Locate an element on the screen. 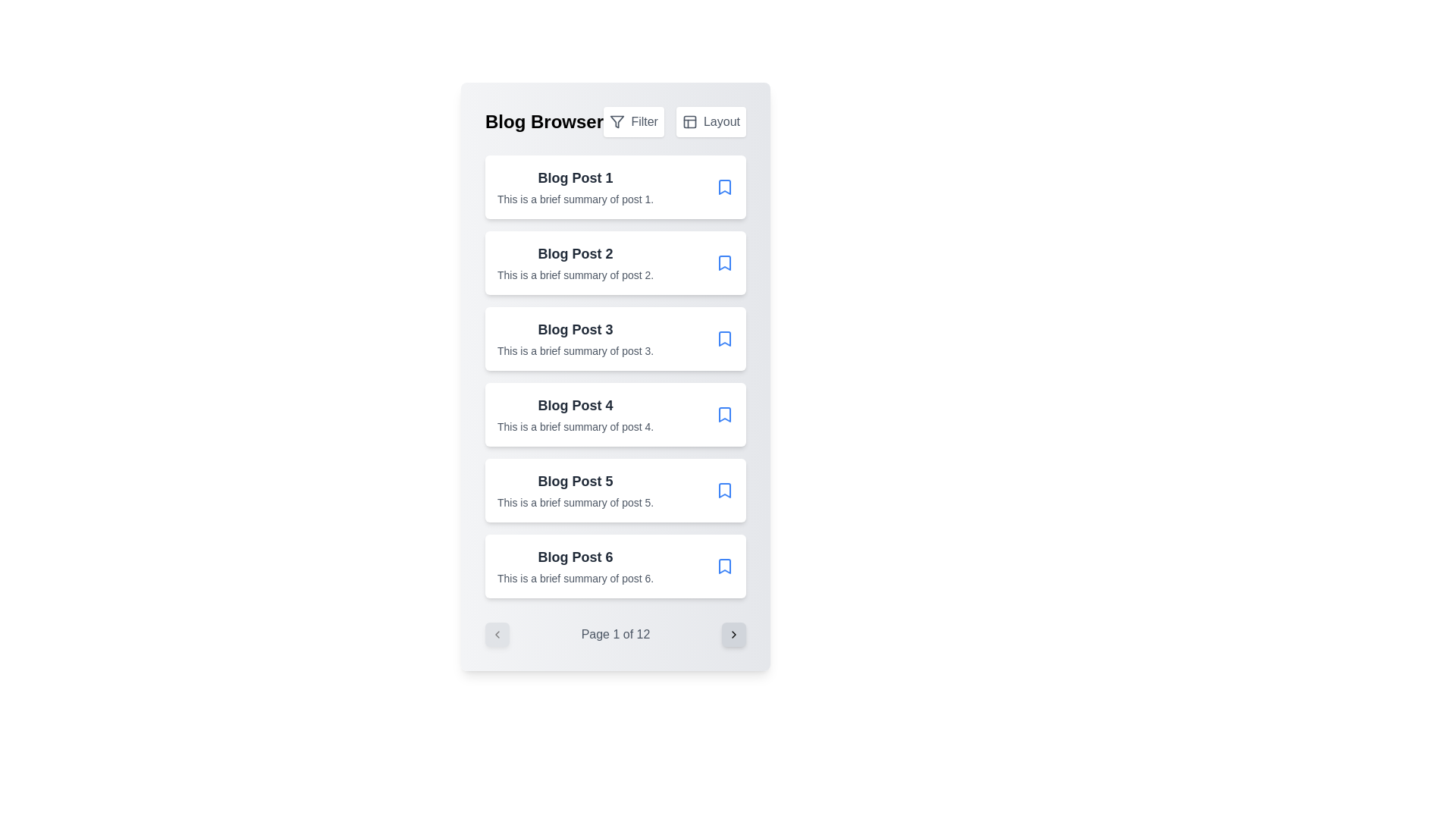 The image size is (1456, 819). the second button in the group adjacent to the 'Filter' button, located in the top section of the 'Blog Browser' interface is located at coordinates (710, 121).